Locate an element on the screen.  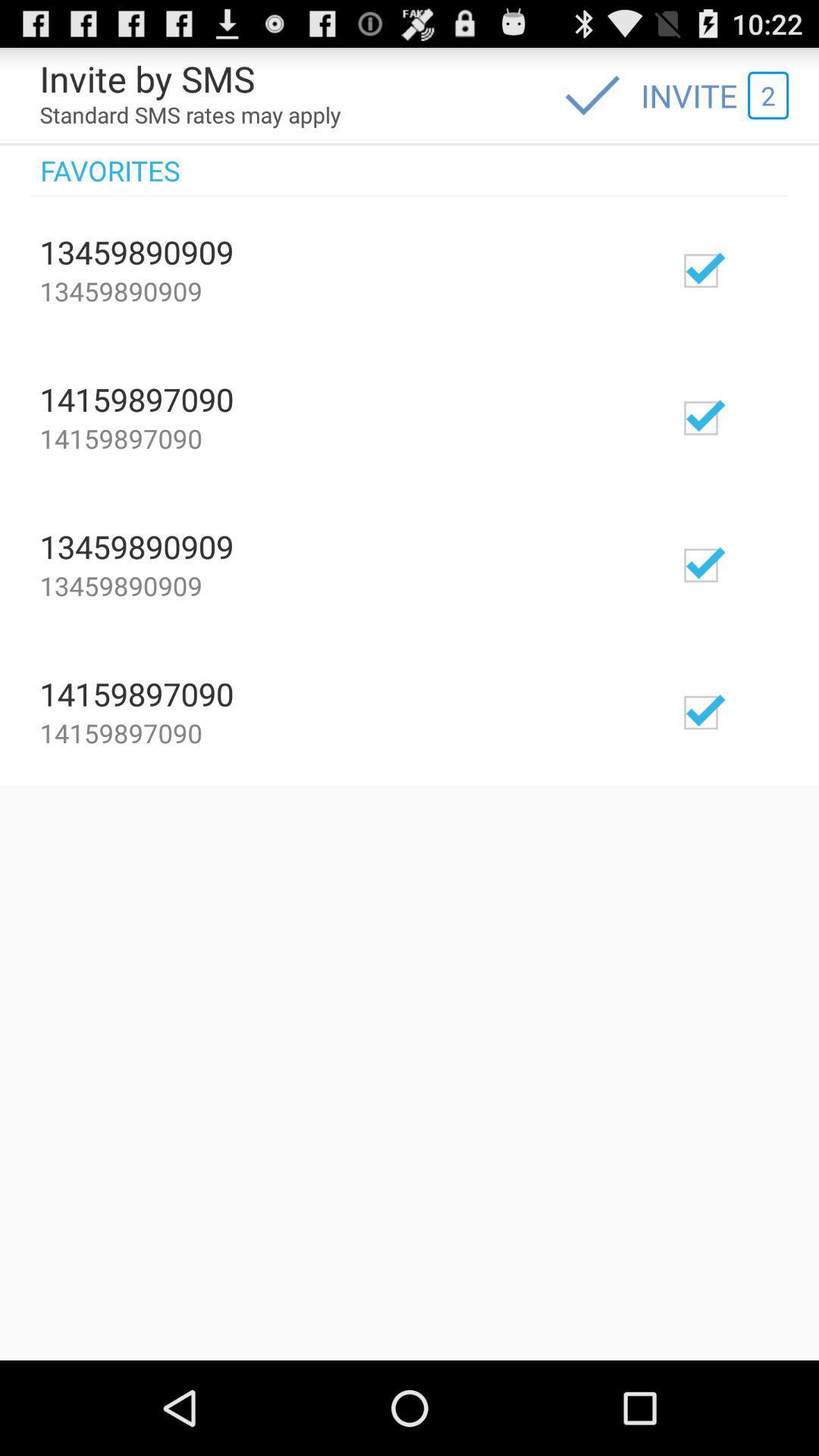
13459890909 is located at coordinates (745, 269).